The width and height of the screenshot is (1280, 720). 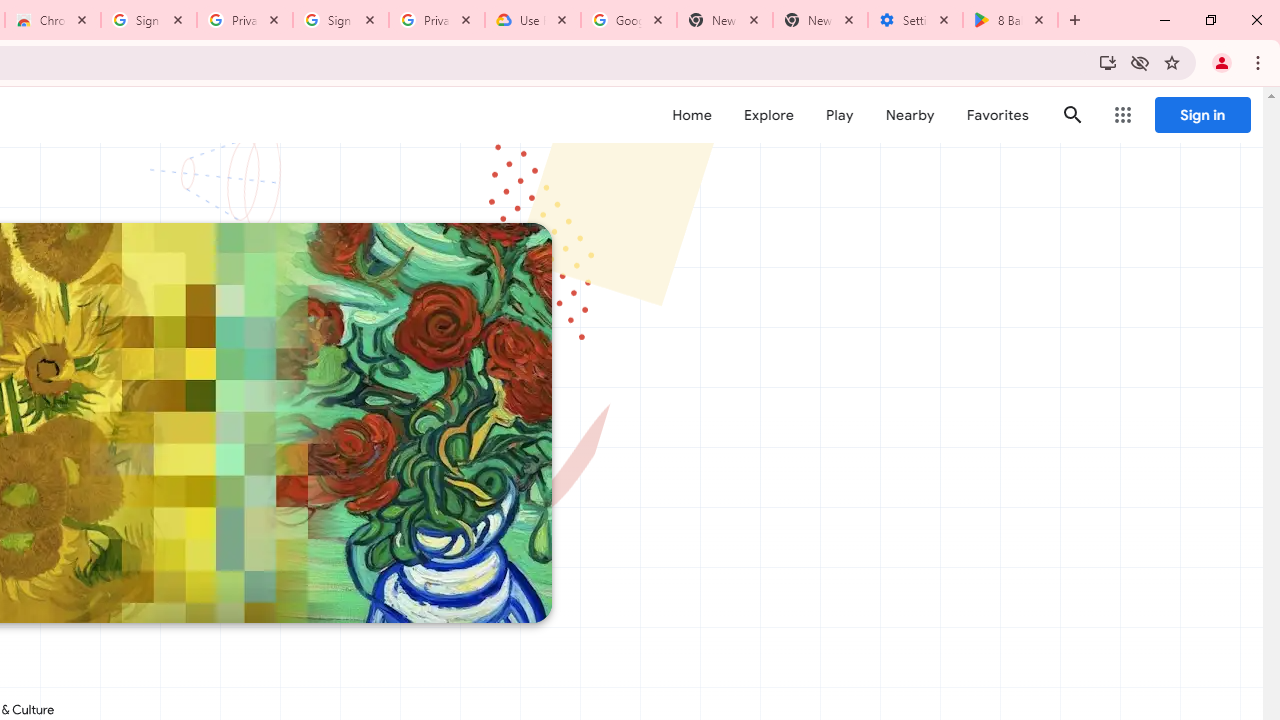 What do you see at coordinates (840, 115) in the screenshot?
I see `'Play'` at bounding box center [840, 115].